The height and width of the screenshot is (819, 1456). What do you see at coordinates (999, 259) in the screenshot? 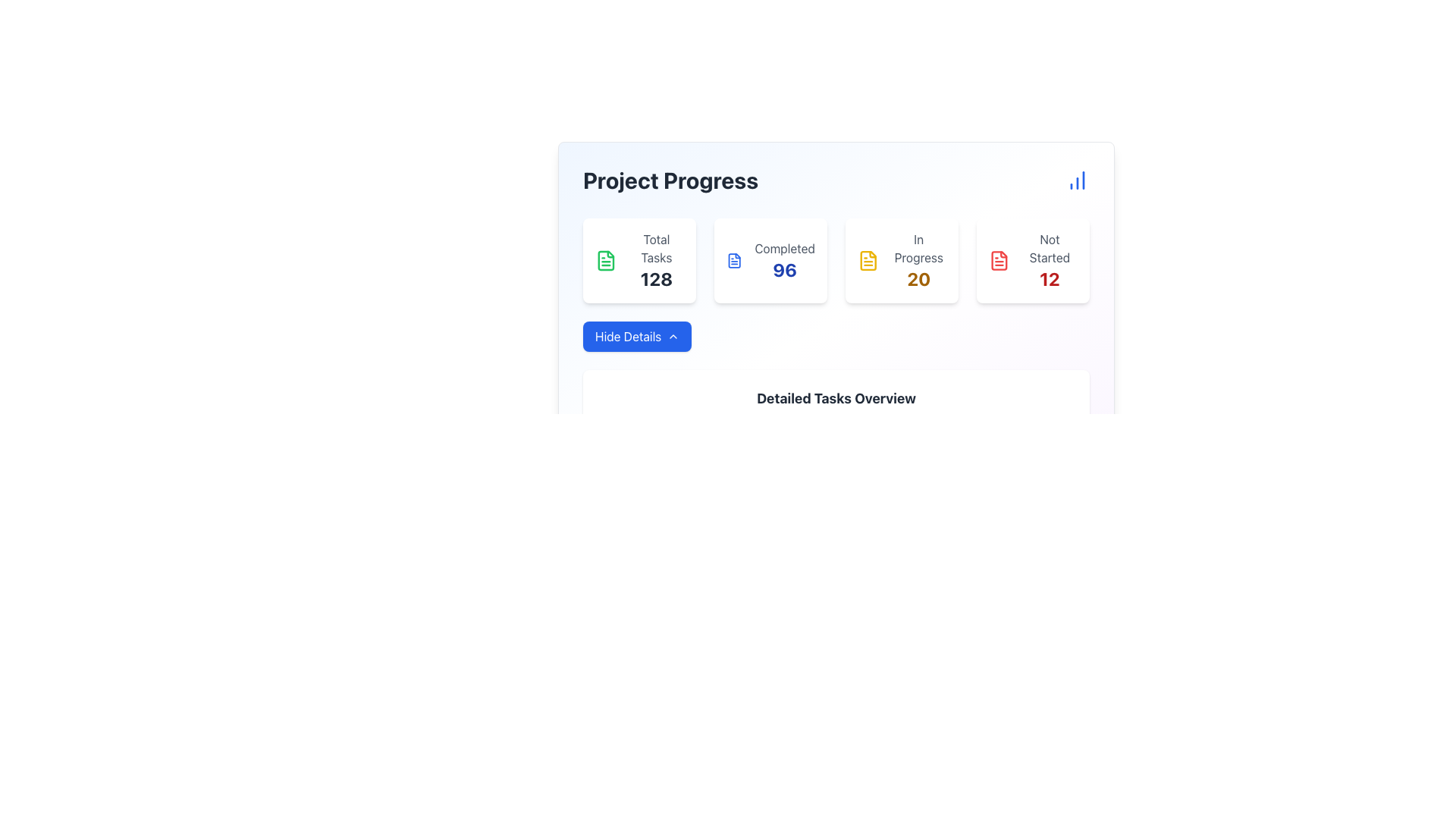
I see `the red-colored file icon with textual marks inside it, located in the rightmost 'Not Started' status card that contains the number 12` at bounding box center [999, 259].